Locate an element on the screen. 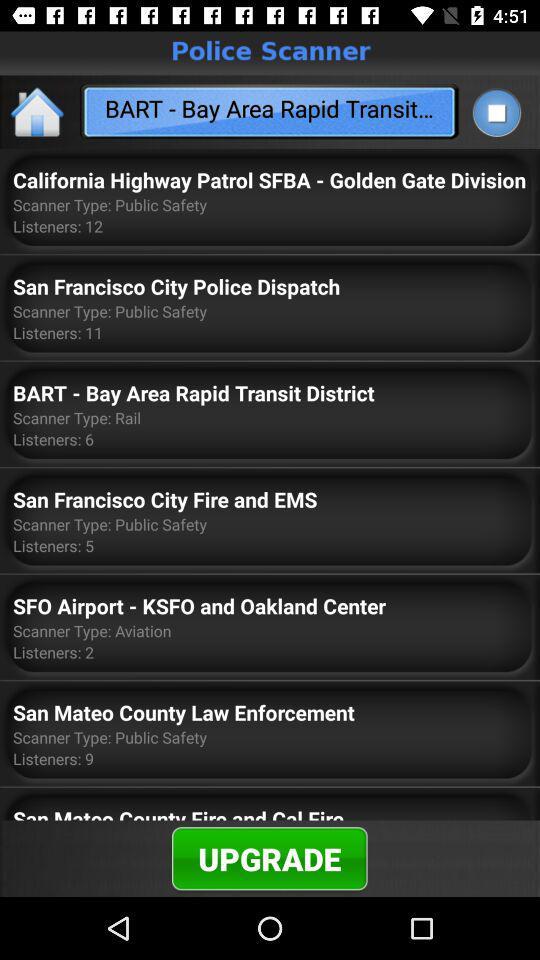 Image resolution: width=540 pixels, height=960 pixels. the item below listeners: 5 item is located at coordinates (199, 604).